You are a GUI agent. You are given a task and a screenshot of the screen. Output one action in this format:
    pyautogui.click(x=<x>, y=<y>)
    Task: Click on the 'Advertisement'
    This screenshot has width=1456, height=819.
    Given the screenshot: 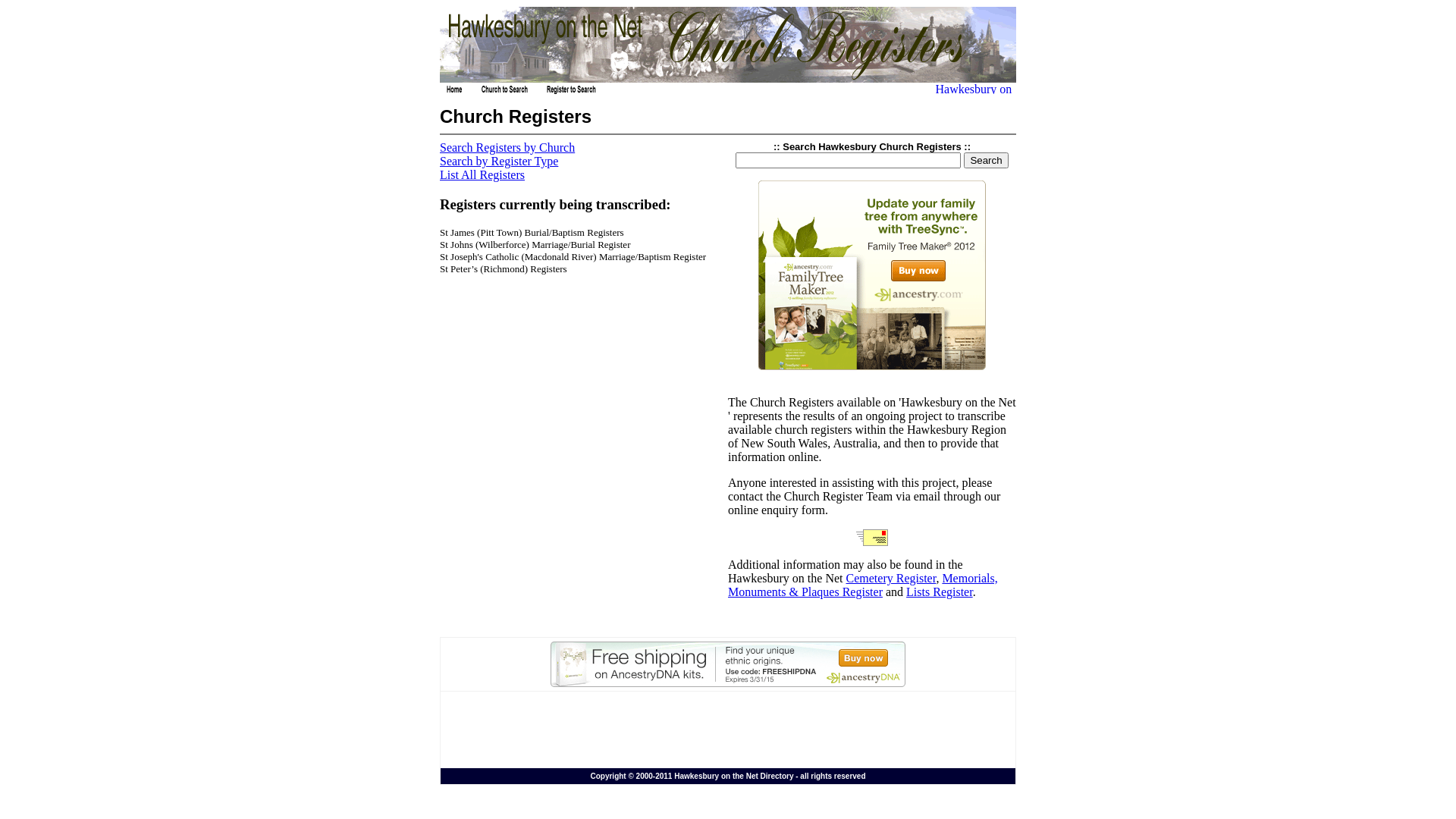 What is the action you would take?
    pyautogui.click(x=728, y=728)
    